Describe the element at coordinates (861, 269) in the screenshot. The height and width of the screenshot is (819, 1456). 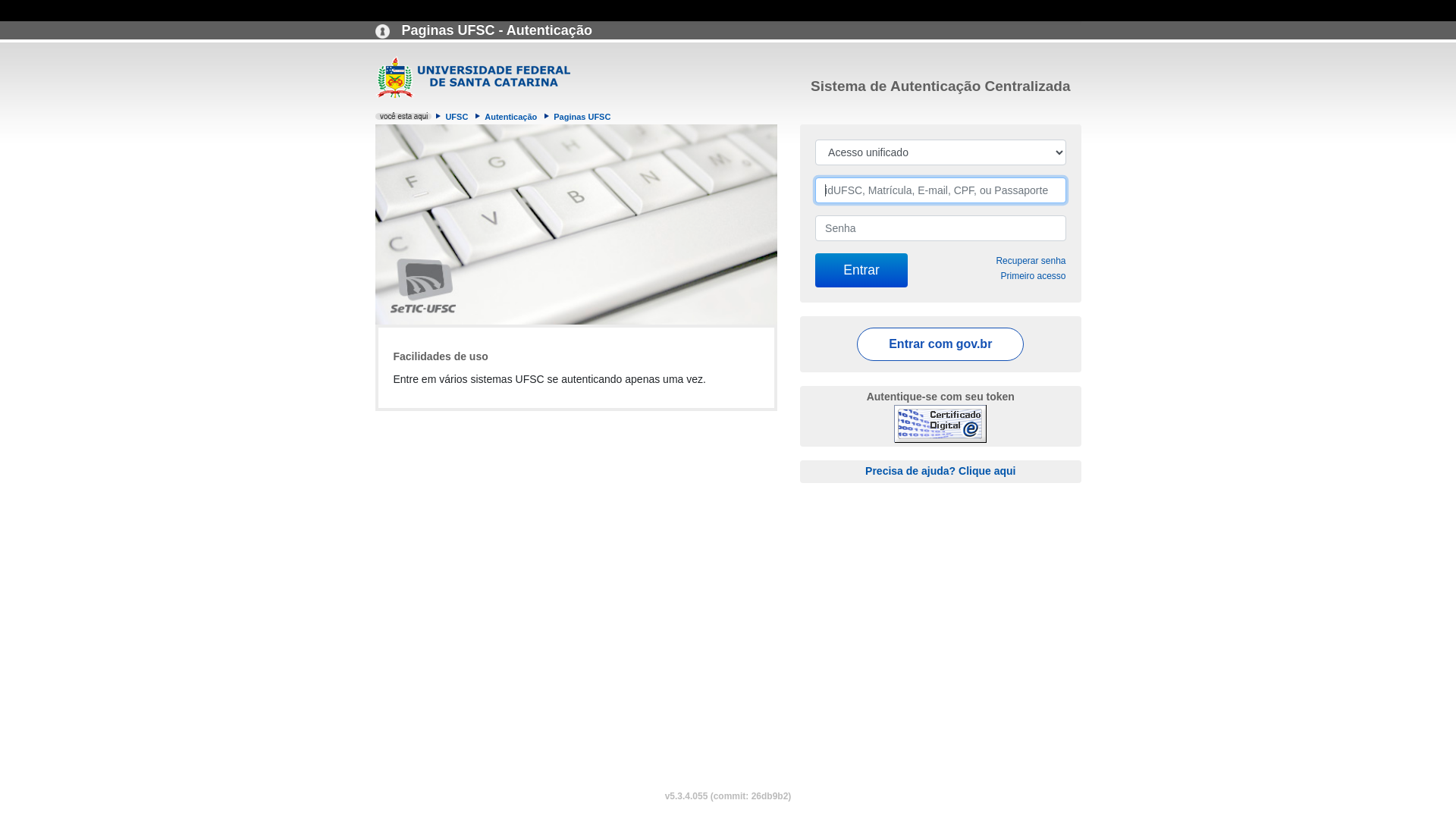
I see `'Entrar'` at that location.